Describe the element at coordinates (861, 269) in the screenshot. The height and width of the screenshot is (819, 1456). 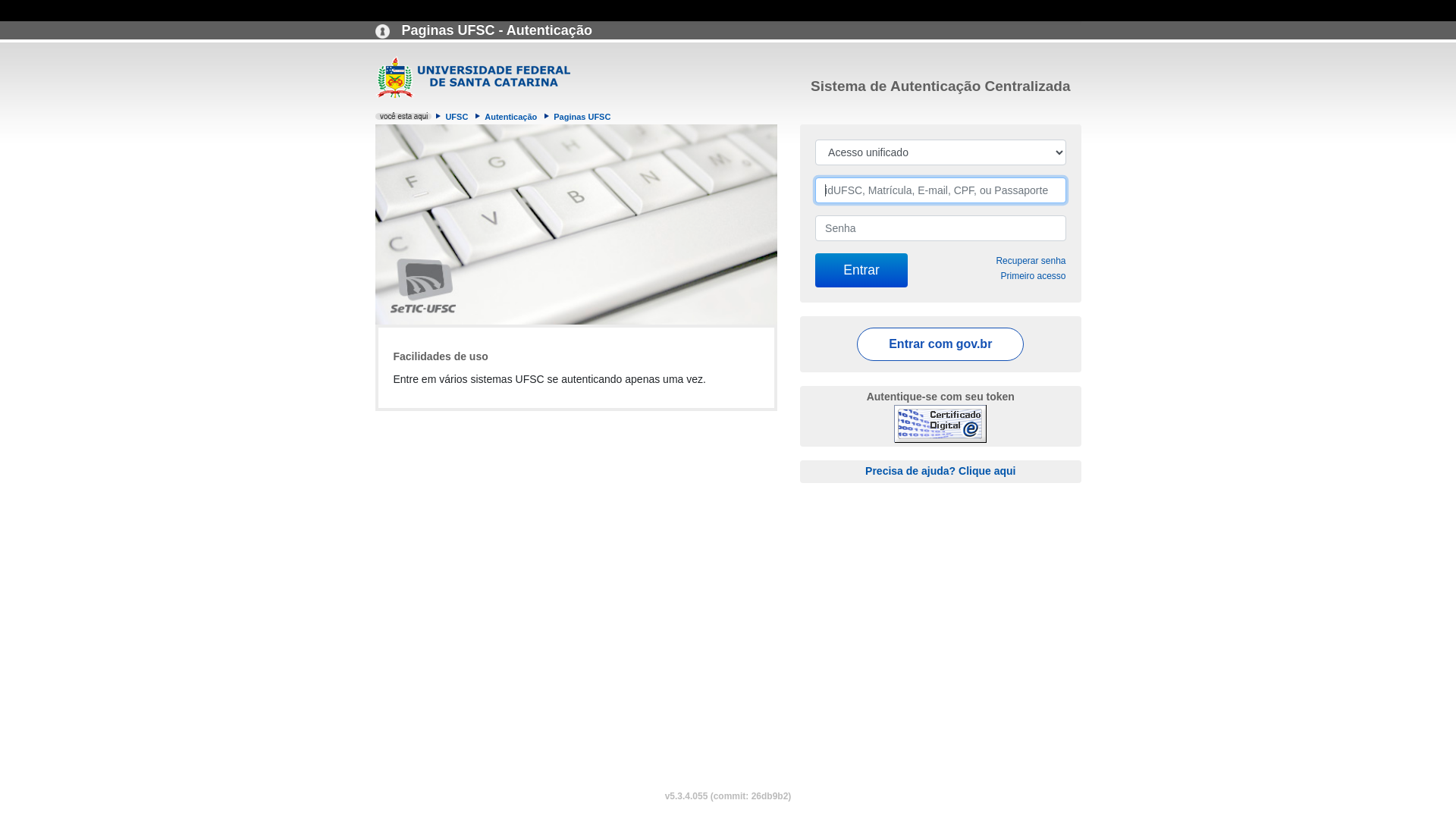
I see `'Entrar'` at that location.